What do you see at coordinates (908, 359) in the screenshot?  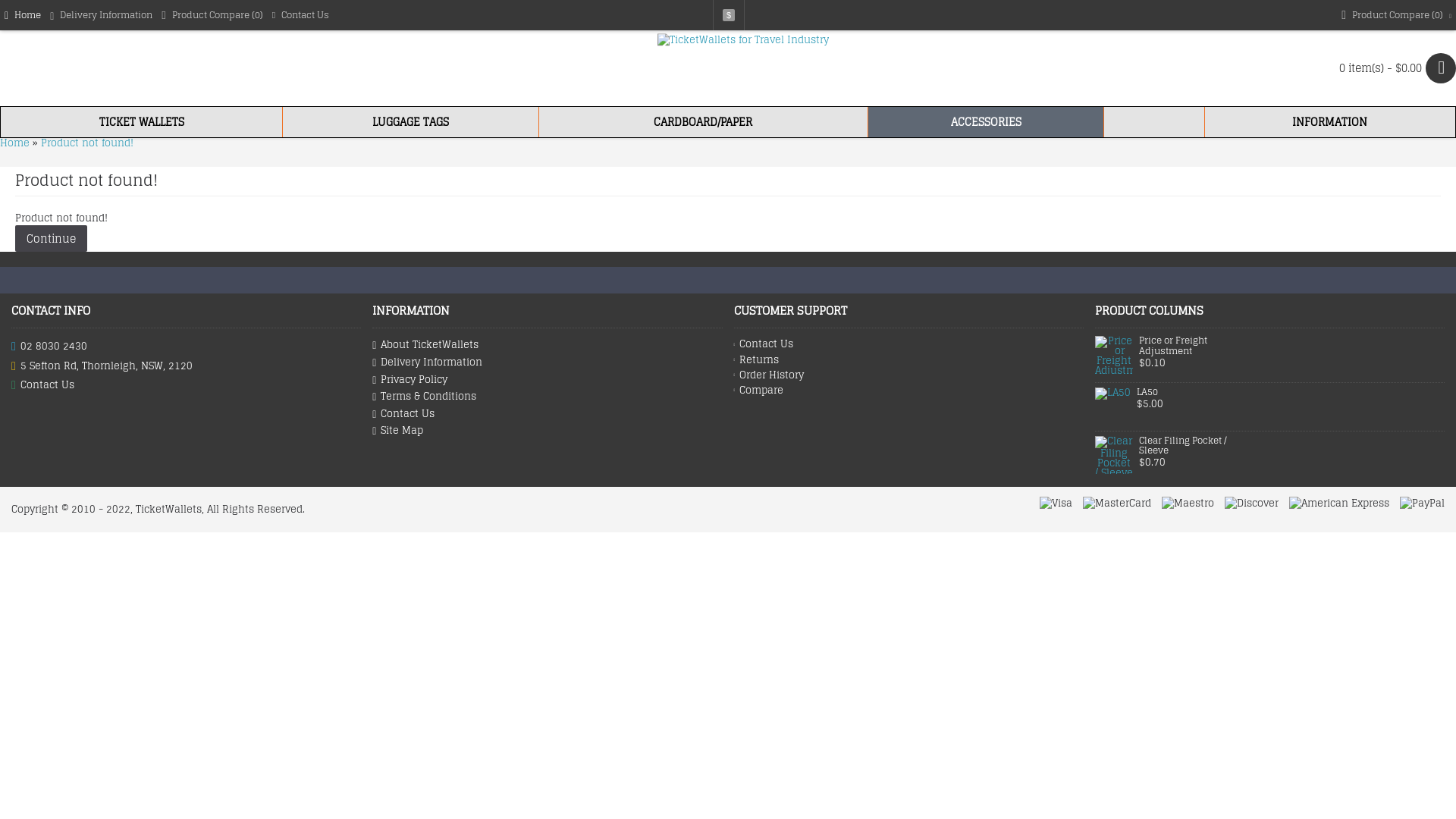 I see `'Returns'` at bounding box center [908, 359].